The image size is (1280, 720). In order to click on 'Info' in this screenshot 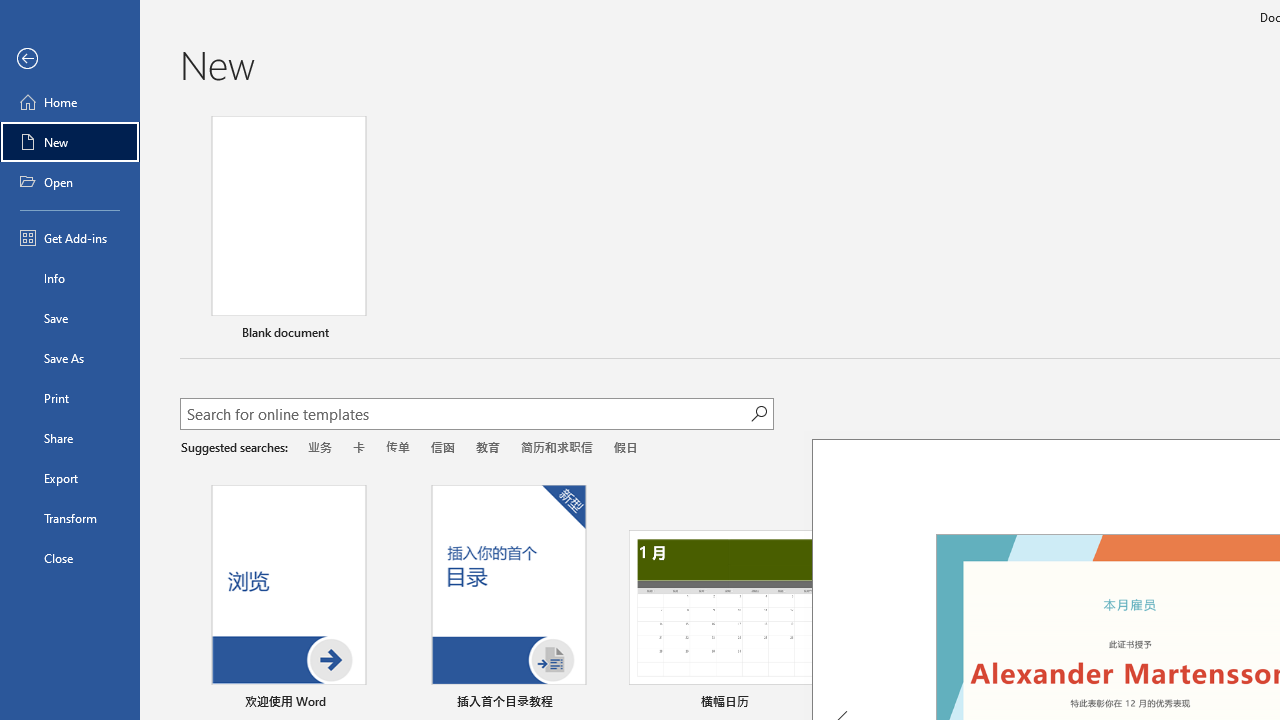, I will do `click(69, 277)`.